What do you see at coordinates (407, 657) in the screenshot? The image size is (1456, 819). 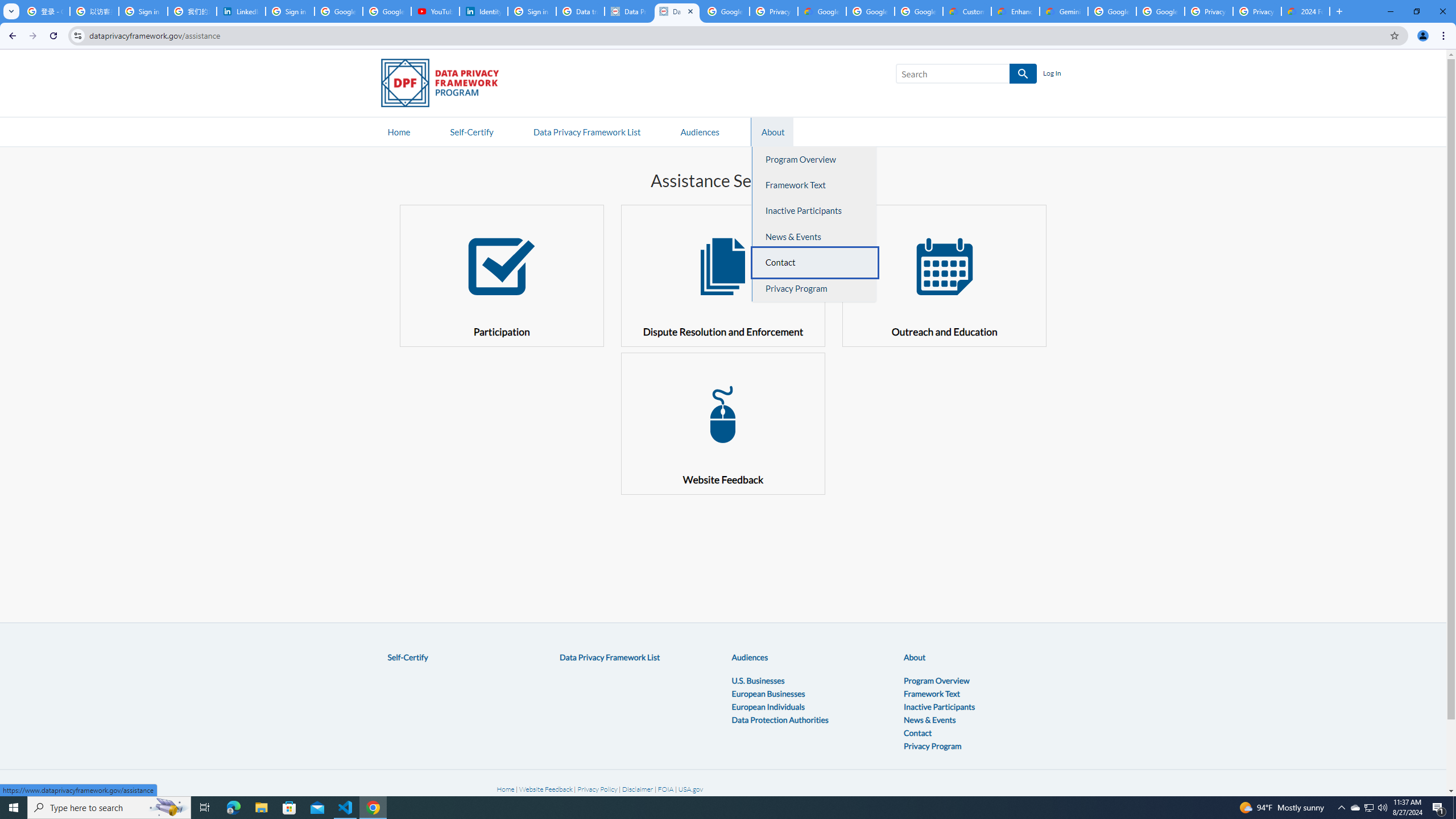 I see `'Self-Certify'` at bounding box center [407, 657].